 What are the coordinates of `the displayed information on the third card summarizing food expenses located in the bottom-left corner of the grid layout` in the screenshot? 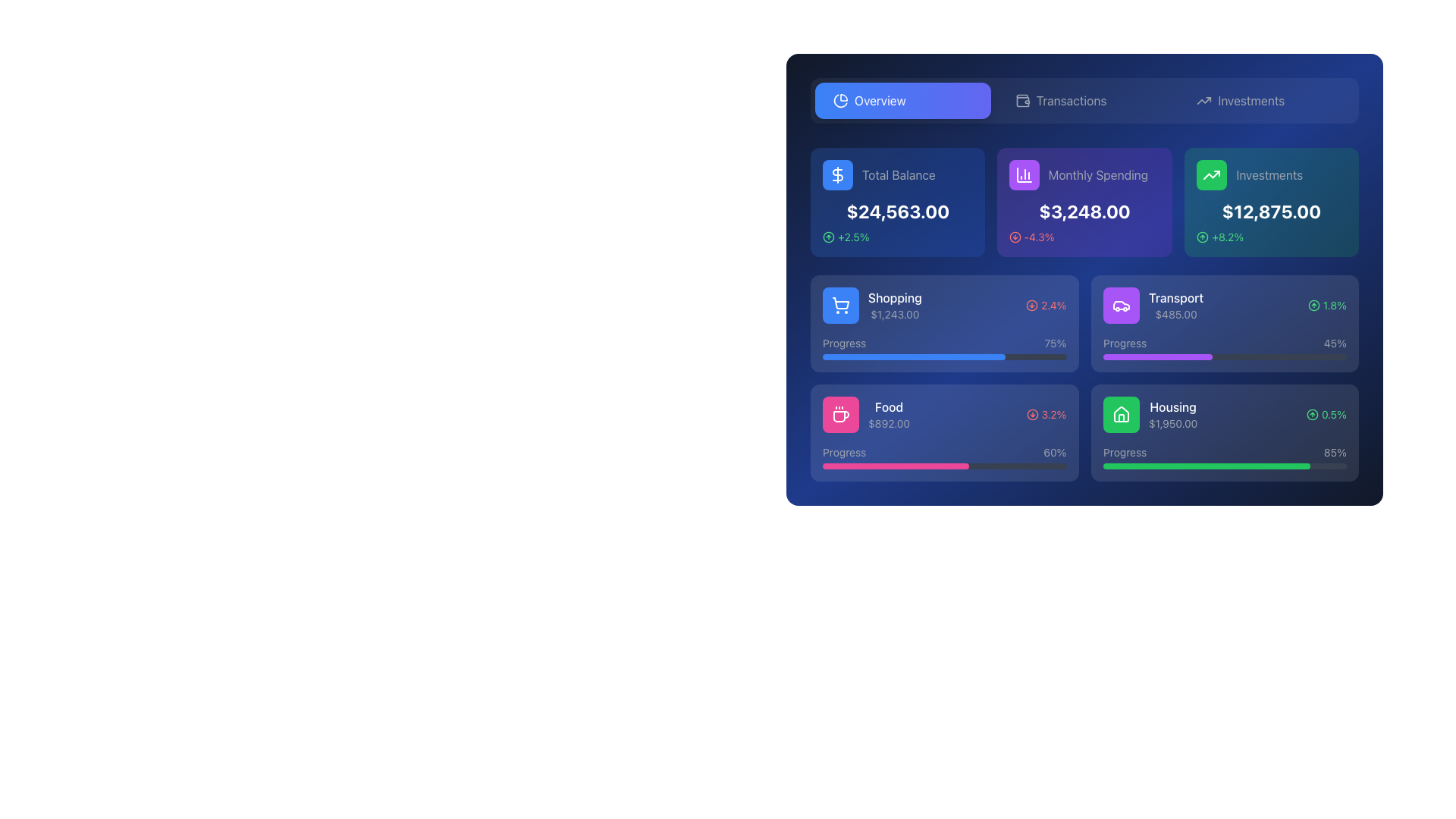 It's located at (943, 432).